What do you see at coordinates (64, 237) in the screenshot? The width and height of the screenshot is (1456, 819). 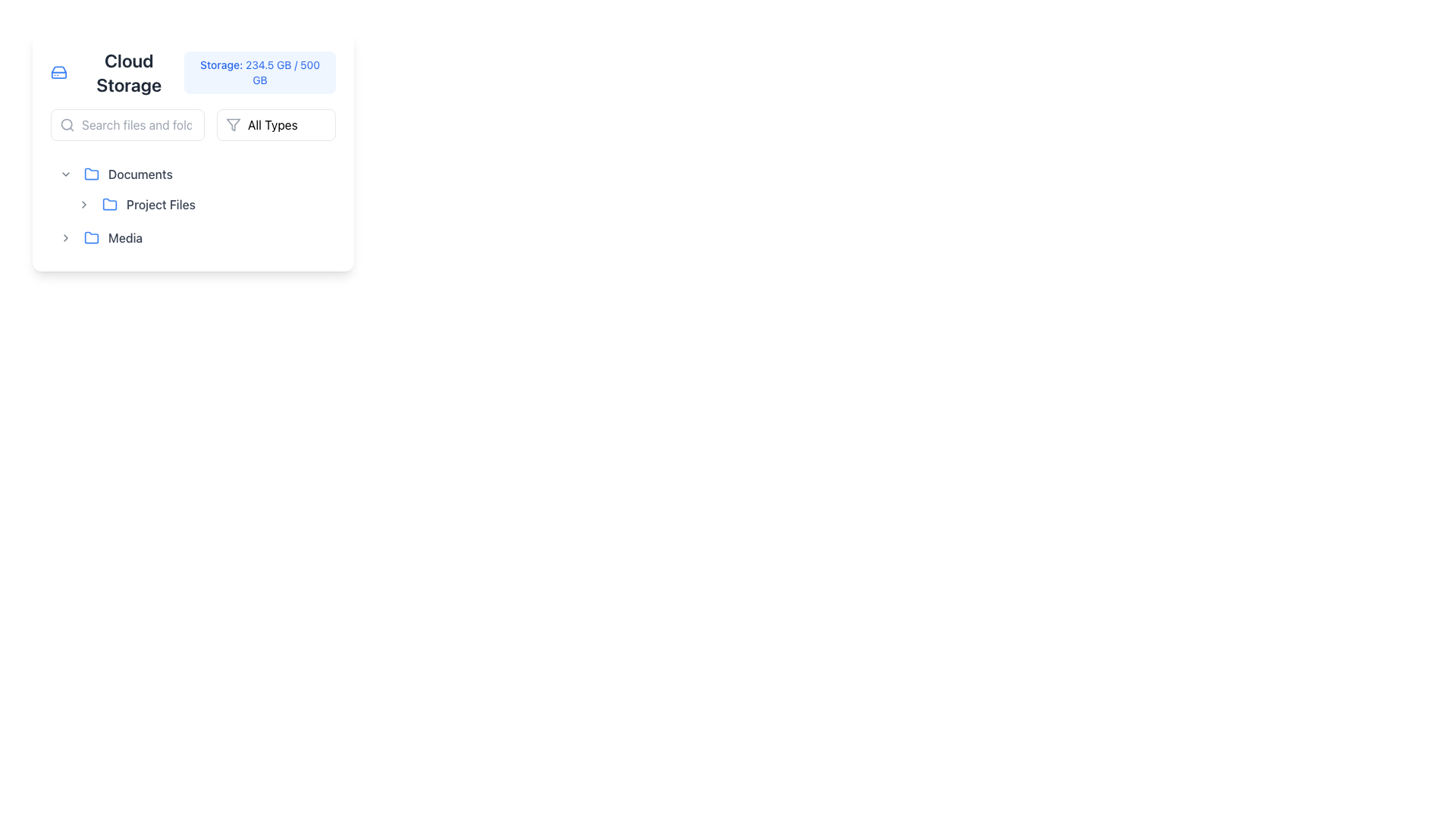 I see `the chevron icon adjacent to the 'Media' folder in the 'Cloud Storage' section` at bounding box center [64, 237].